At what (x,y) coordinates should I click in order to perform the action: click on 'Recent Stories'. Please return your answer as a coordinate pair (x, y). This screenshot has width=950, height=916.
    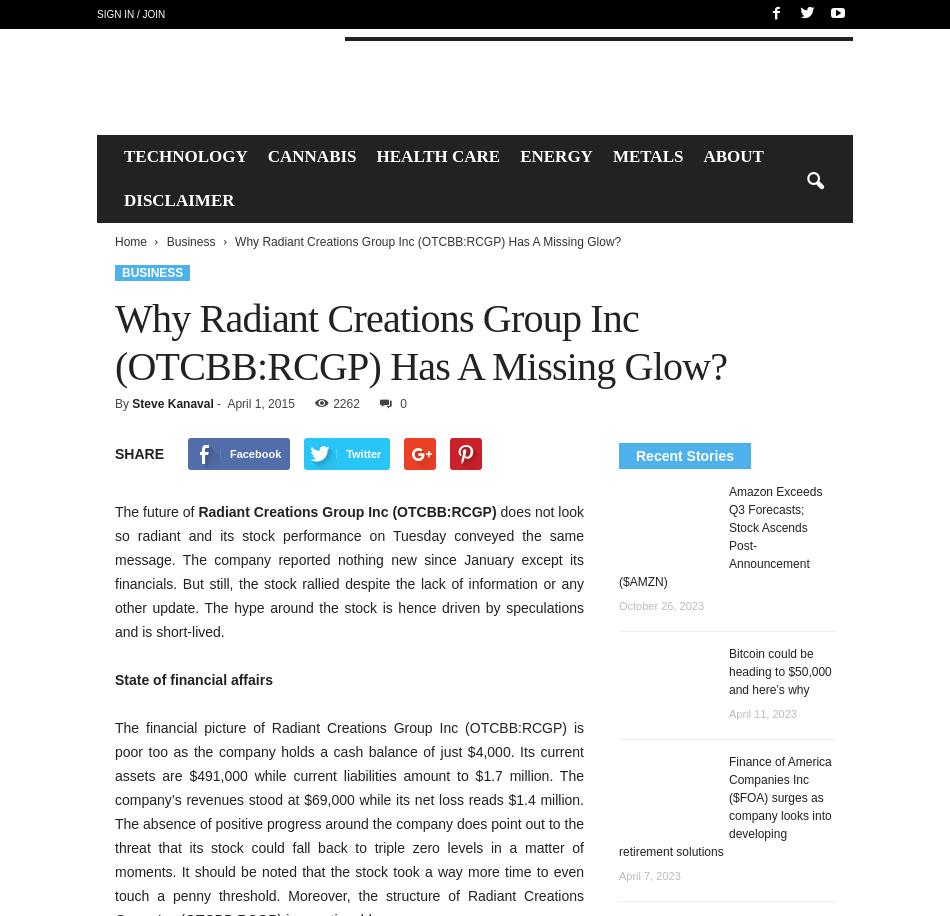
    Looking at the image, I should click on (636, 454).